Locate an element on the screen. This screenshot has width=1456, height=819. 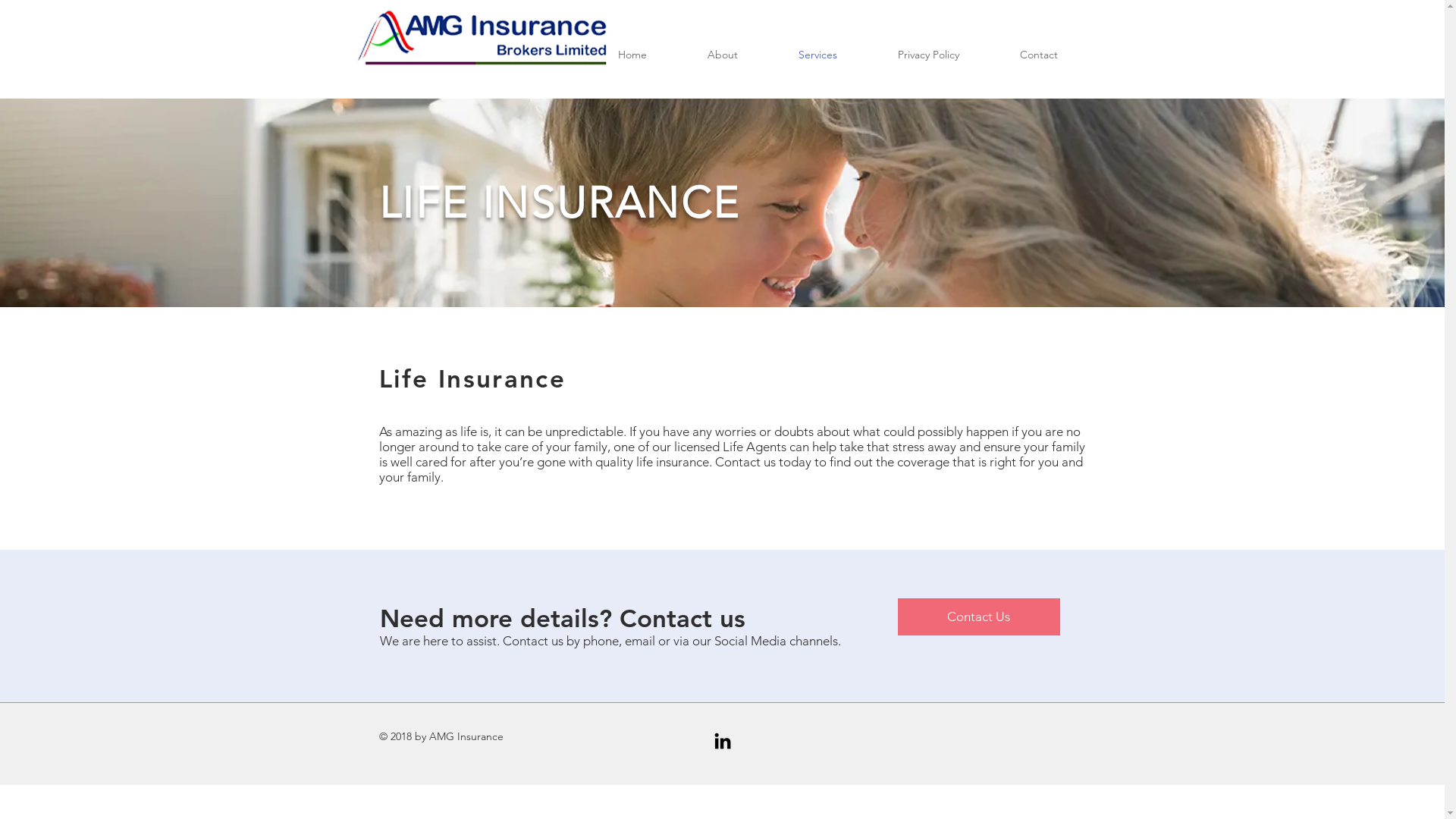
'Privacy Policy' is located at coordinates (927, 54).